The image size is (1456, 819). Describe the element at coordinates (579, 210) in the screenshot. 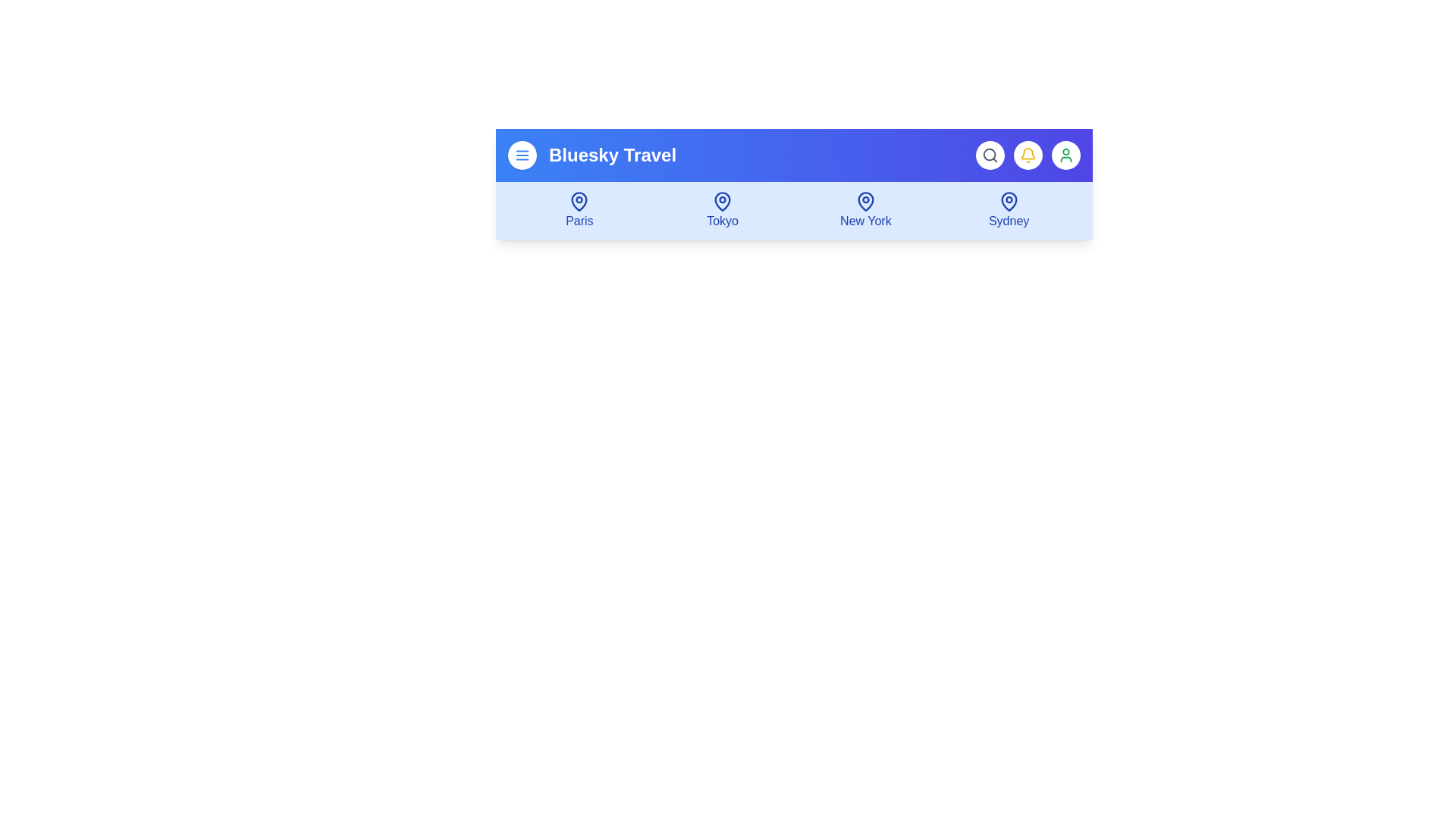

I see `the destination icon for Paris` at that location.